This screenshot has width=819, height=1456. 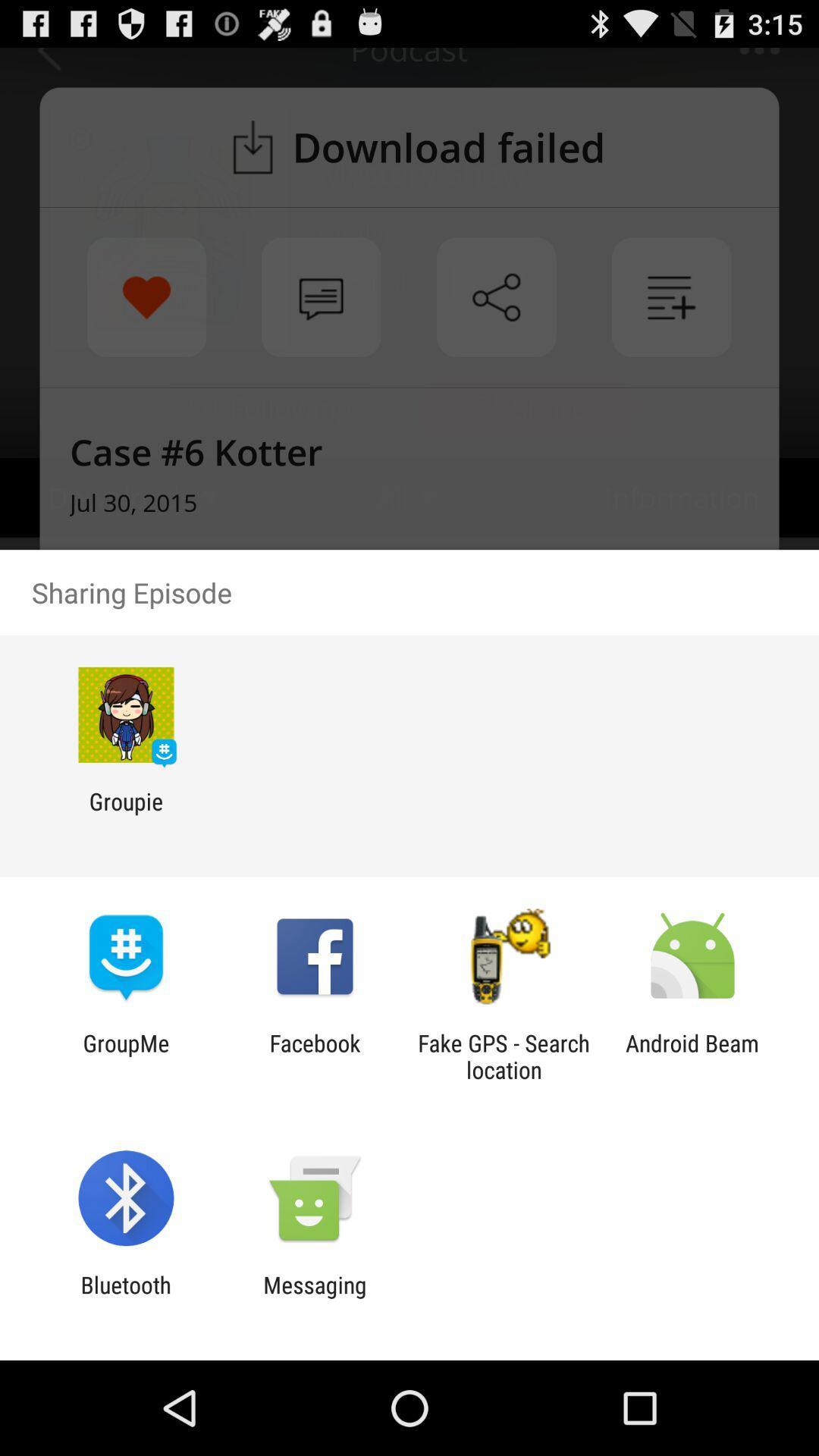 I want to click on the messaging item, so click(x=314, y=1298).